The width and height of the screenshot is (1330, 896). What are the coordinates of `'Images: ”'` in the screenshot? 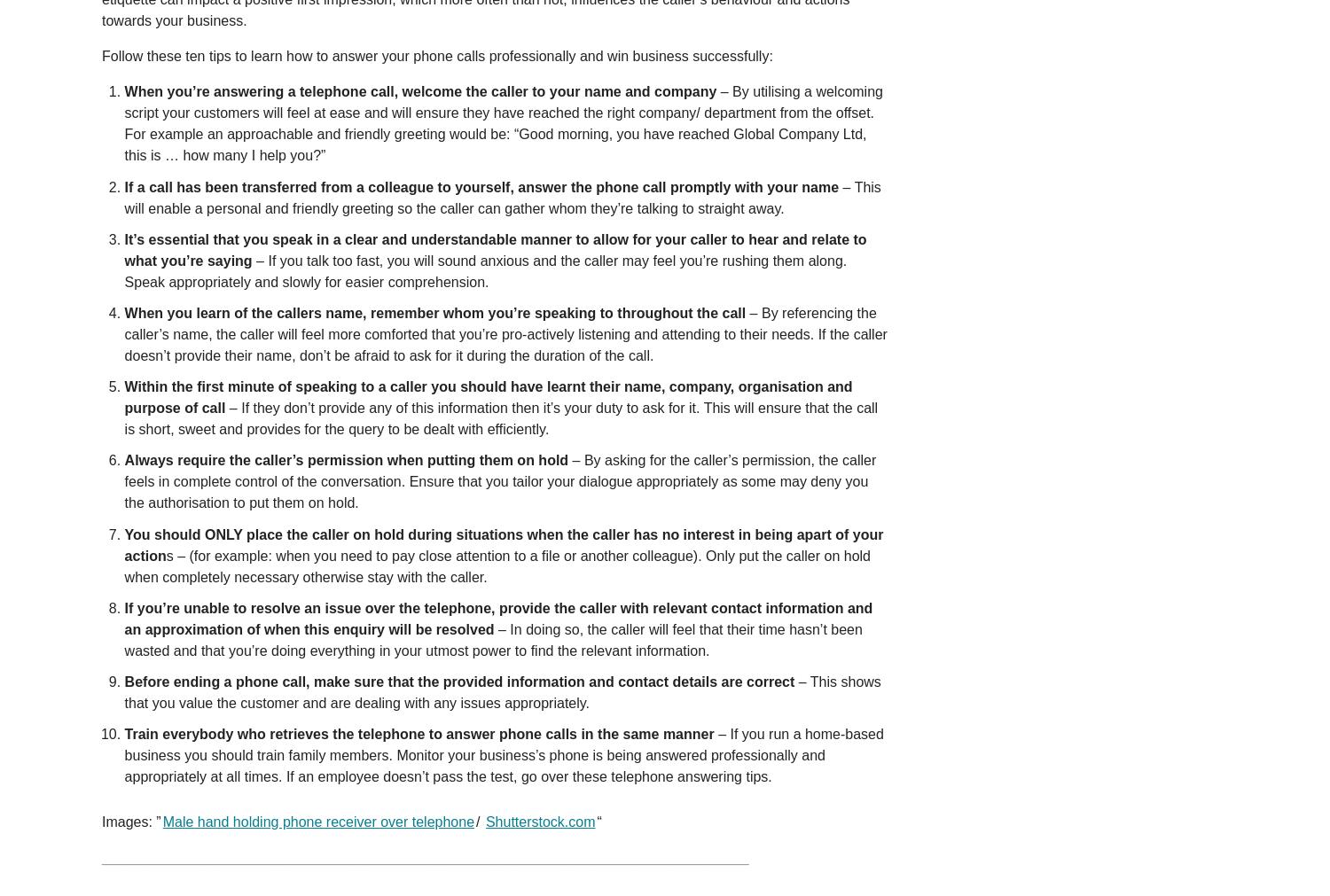 It's located at (131, 822).